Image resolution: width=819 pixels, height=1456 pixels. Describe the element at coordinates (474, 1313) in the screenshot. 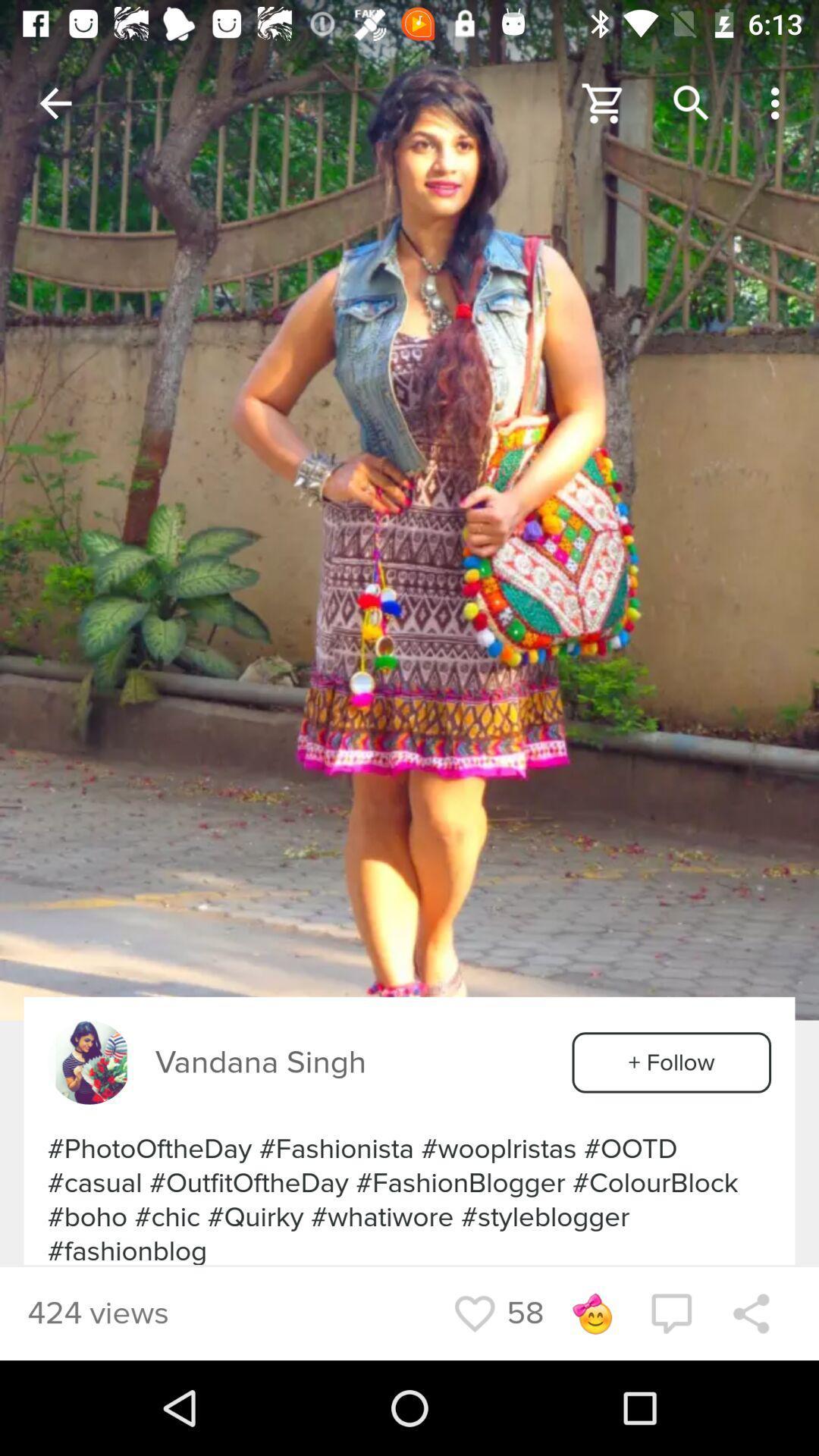

I see `favorite` at that location.